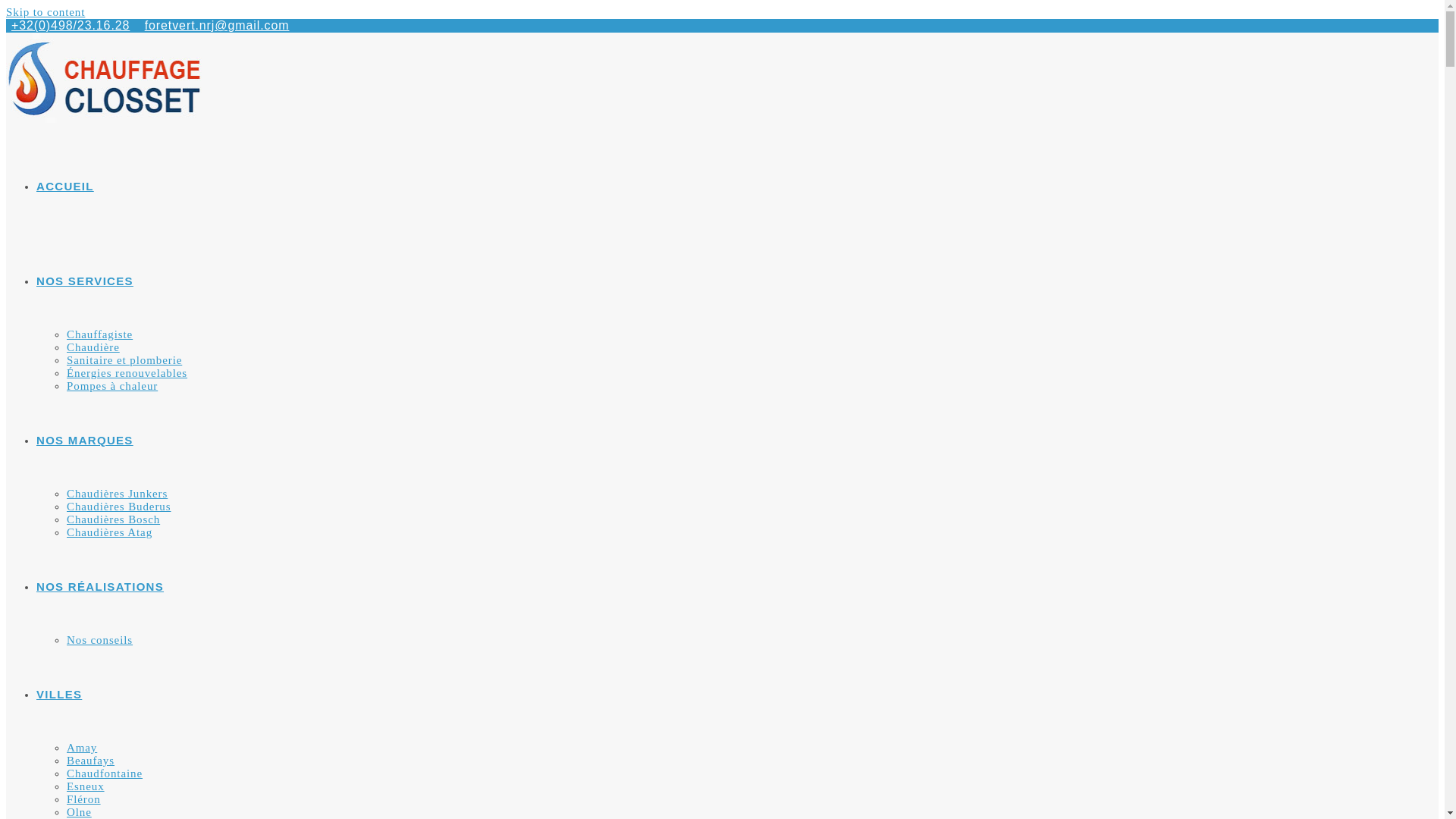 Image resolution: width=1456 pixels, height=819 pixels. Describe the element at coordinates (85, 786) in the screenshot. I see `'Esneux'` at that location.